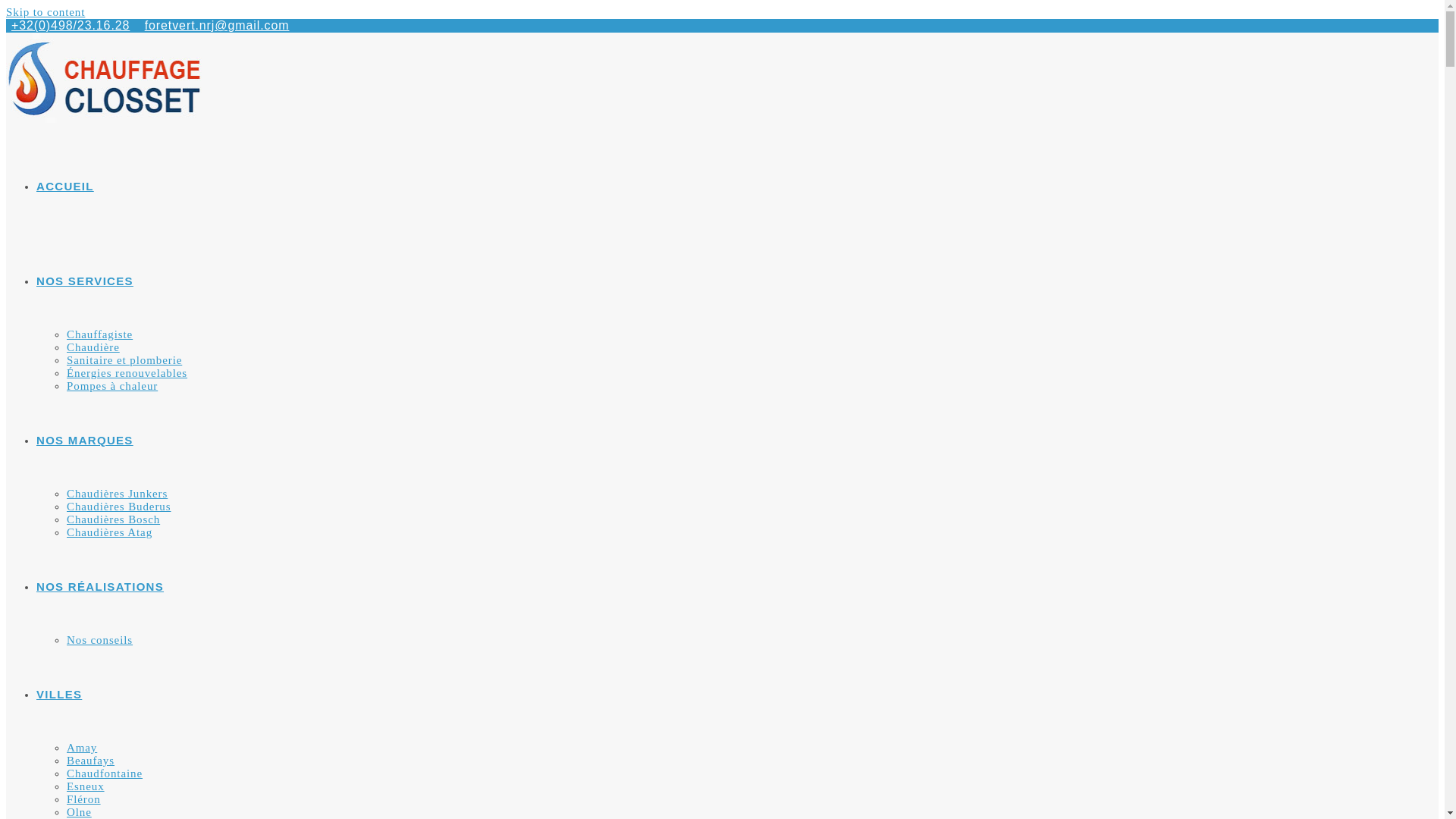 Image resolution: width=1456 pixels, height=819 pixels. Describe the element at coordinates (85, 786) in the screenshot. I see `'Esneux'` at that location.